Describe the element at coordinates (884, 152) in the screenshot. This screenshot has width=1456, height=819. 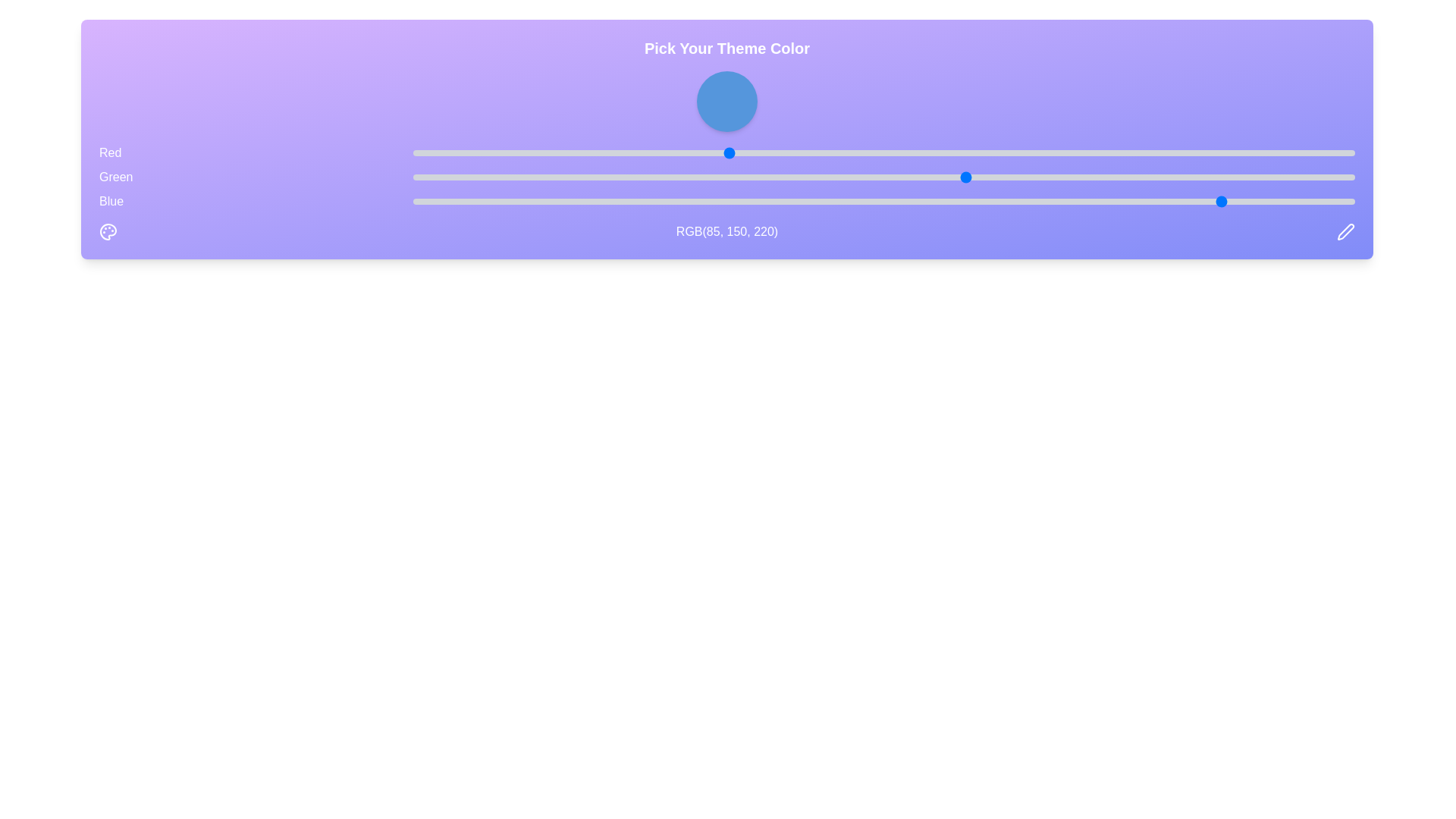
I see `the horizontal slider associated with the label 'Red', which has a gray track and a blue thumb, positioned in the first slot of a vertical stack for RGB color adjustment` at that location.